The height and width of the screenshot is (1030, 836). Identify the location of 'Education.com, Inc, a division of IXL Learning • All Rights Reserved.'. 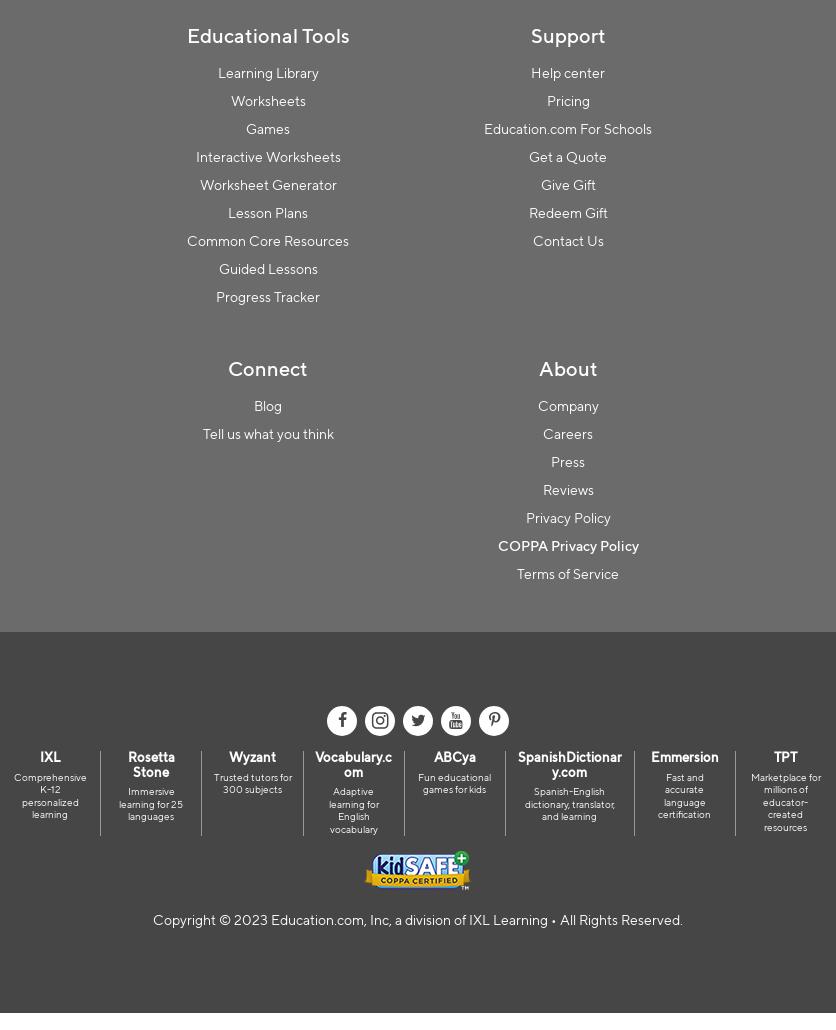
(475, 919).